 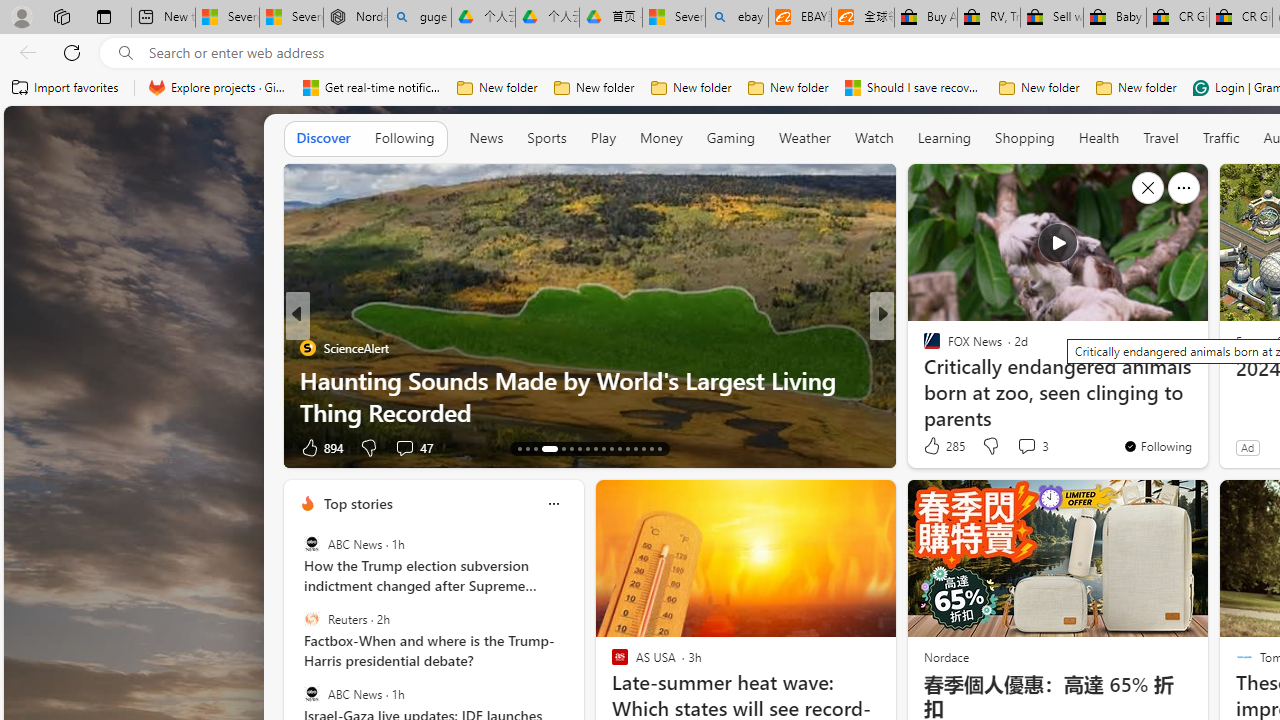 What do you see at coordinates (941, 445) in the screenshot?
I see `'285 Like'` at bounding box center [941, 445].